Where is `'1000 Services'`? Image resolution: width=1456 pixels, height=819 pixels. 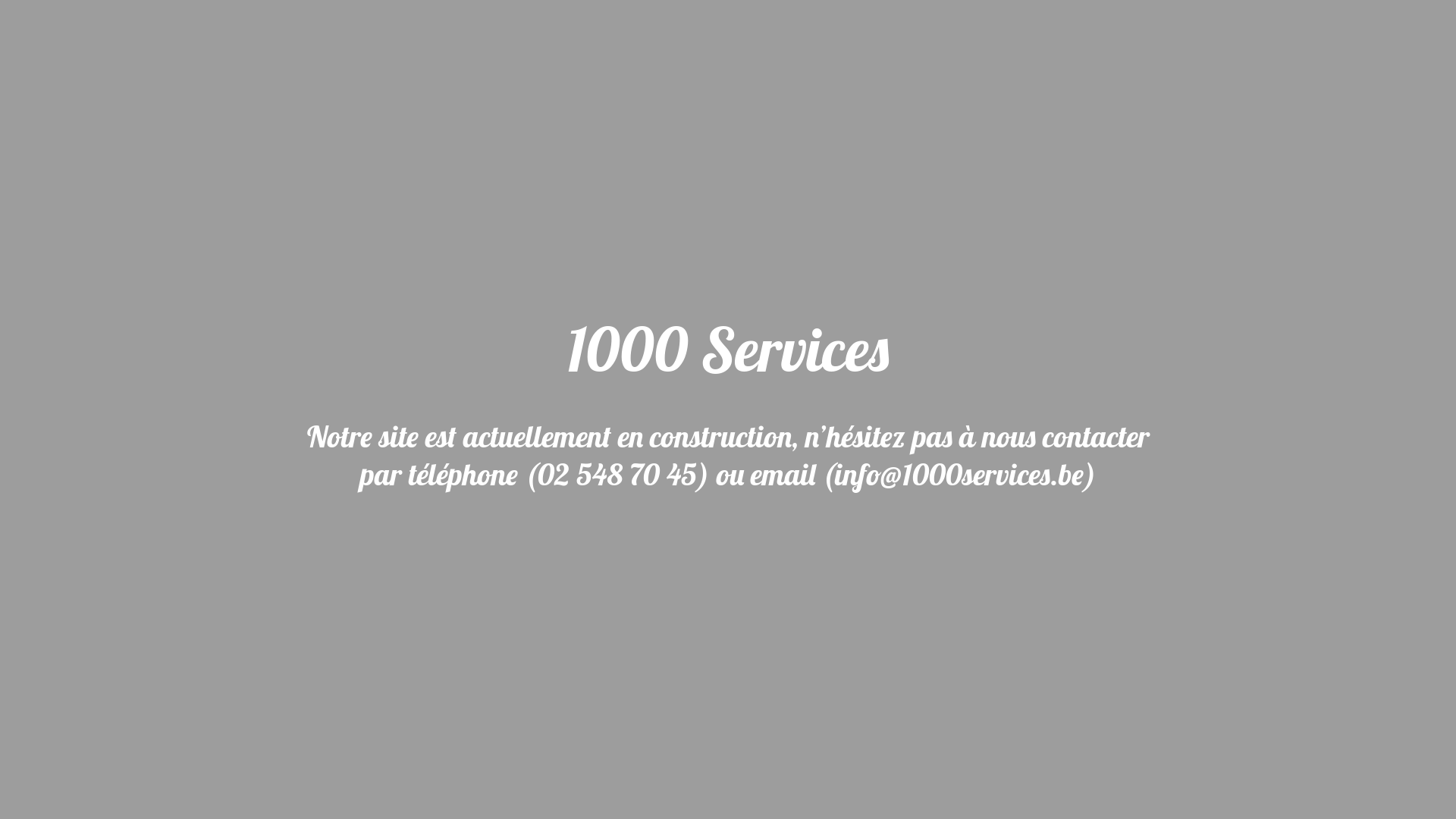 '1000 Services' is located at coordinates (728, 359).